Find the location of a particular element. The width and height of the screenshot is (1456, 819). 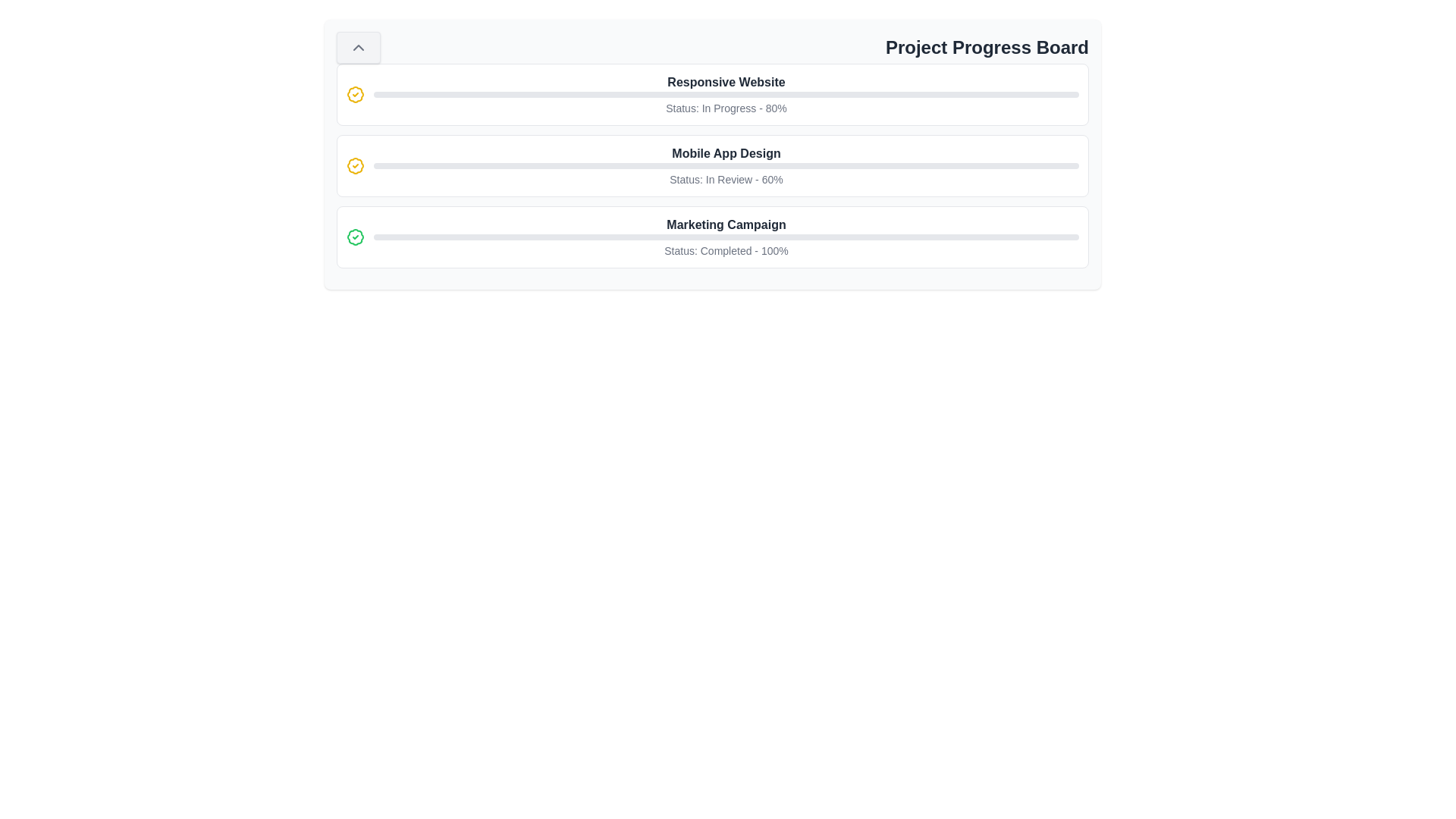

yellow circular status badge with a wavy outline and check icon located in the second row of the status indicators group is located at coordinates (355, 94).